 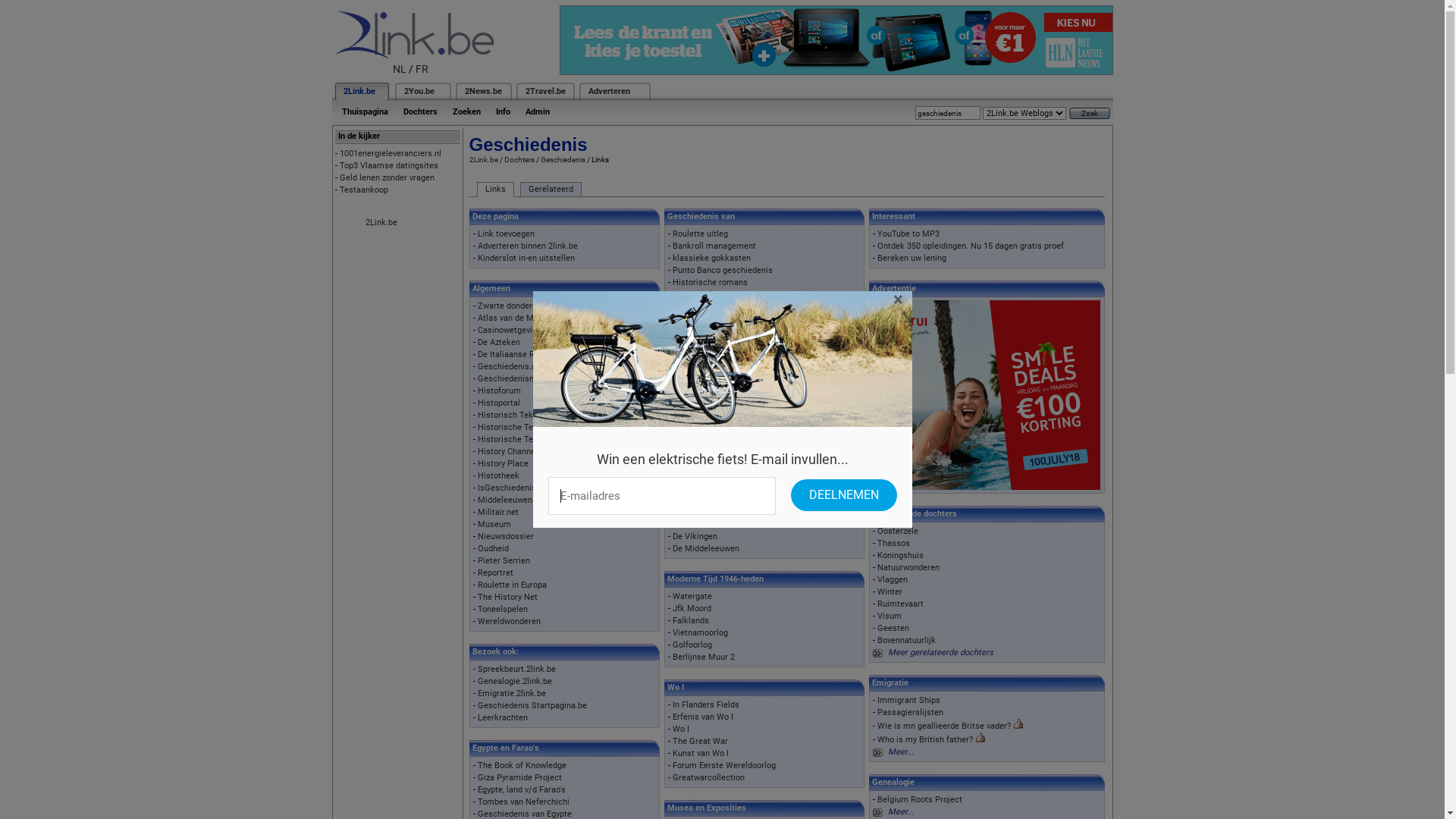 What do you see at coordinates (476, 427) in the screenshot?
I see `'Historische Teksten 1500-heden'` at bounding box center [476, 427].